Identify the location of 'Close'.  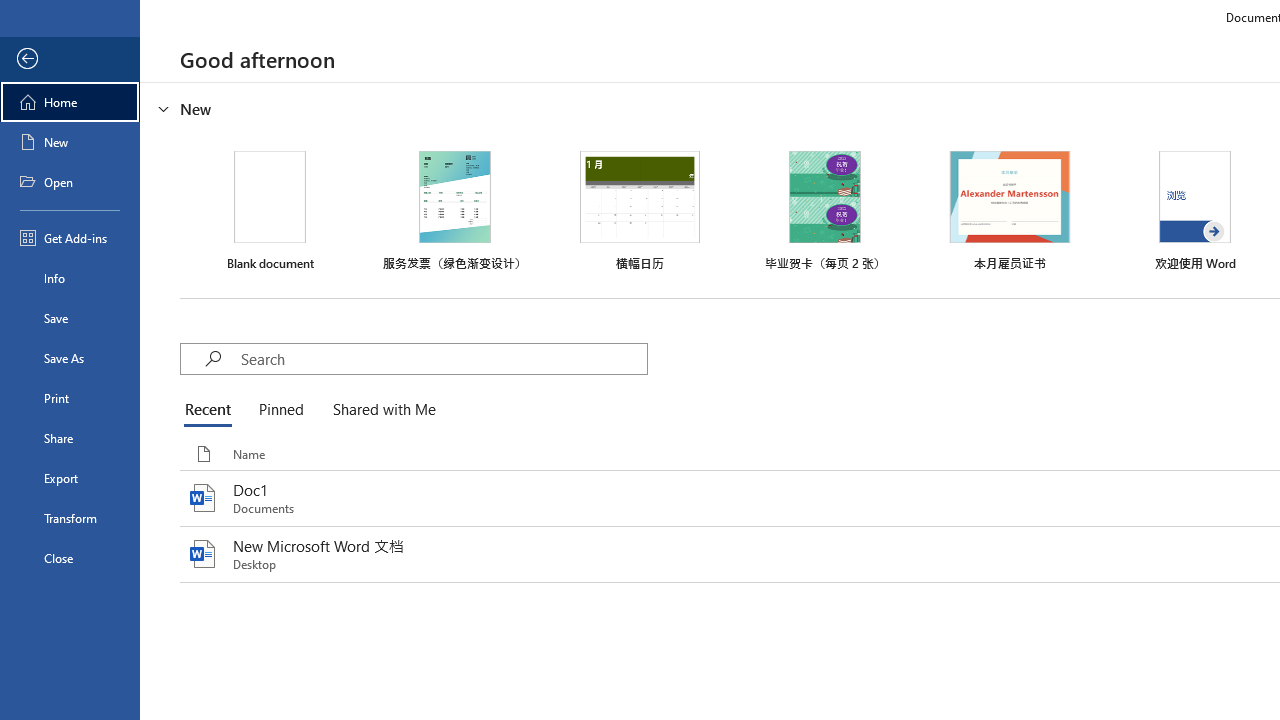
(69, 558).